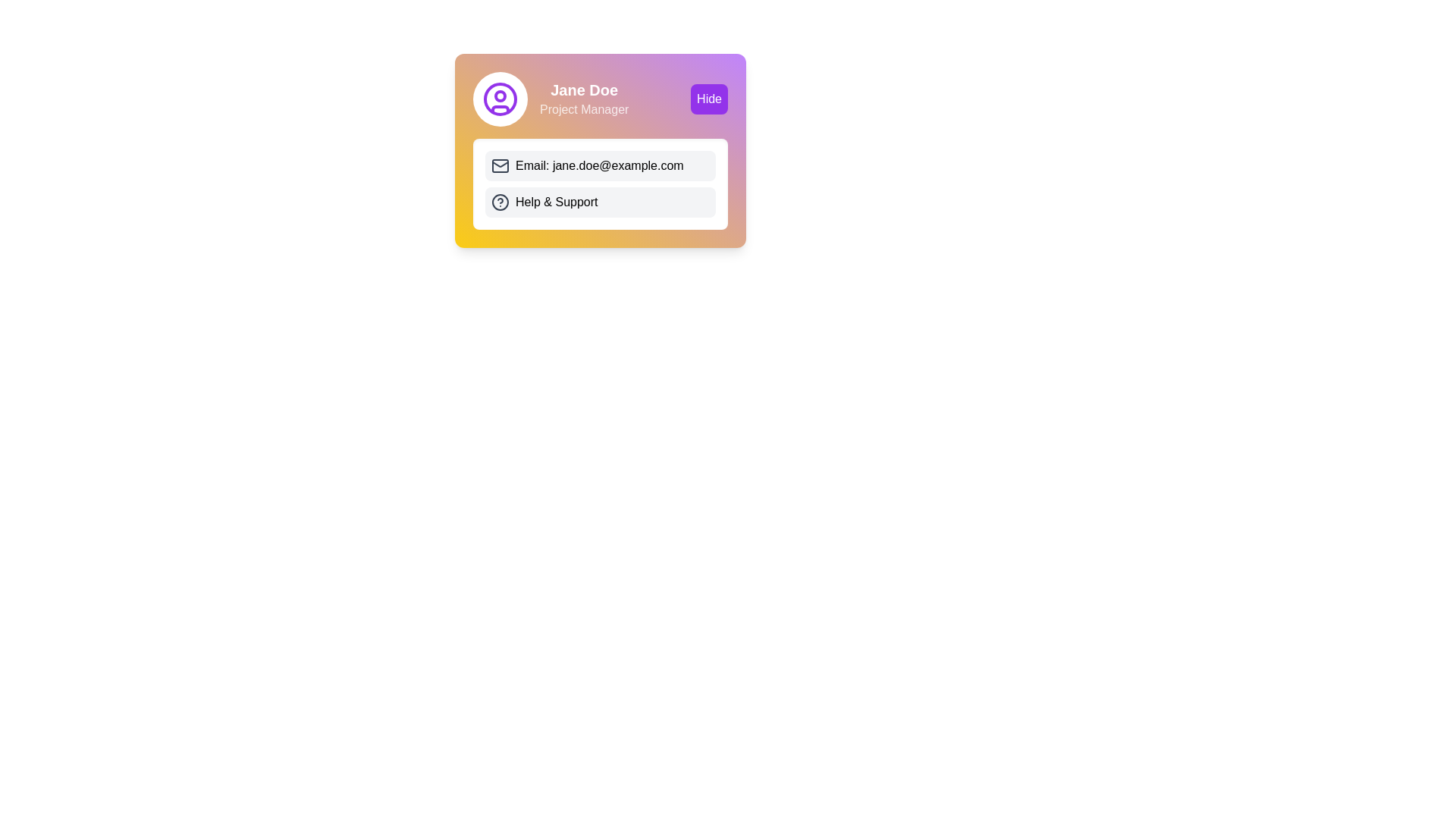 The width and height of the screenshot is (1456, 819). What do you see at coordinates (600, 201) in the screenshot?
I see `the 'Help & Support' button located in the card UI component, which is the second option in a vertical stack` at bounding box center [600, 201].